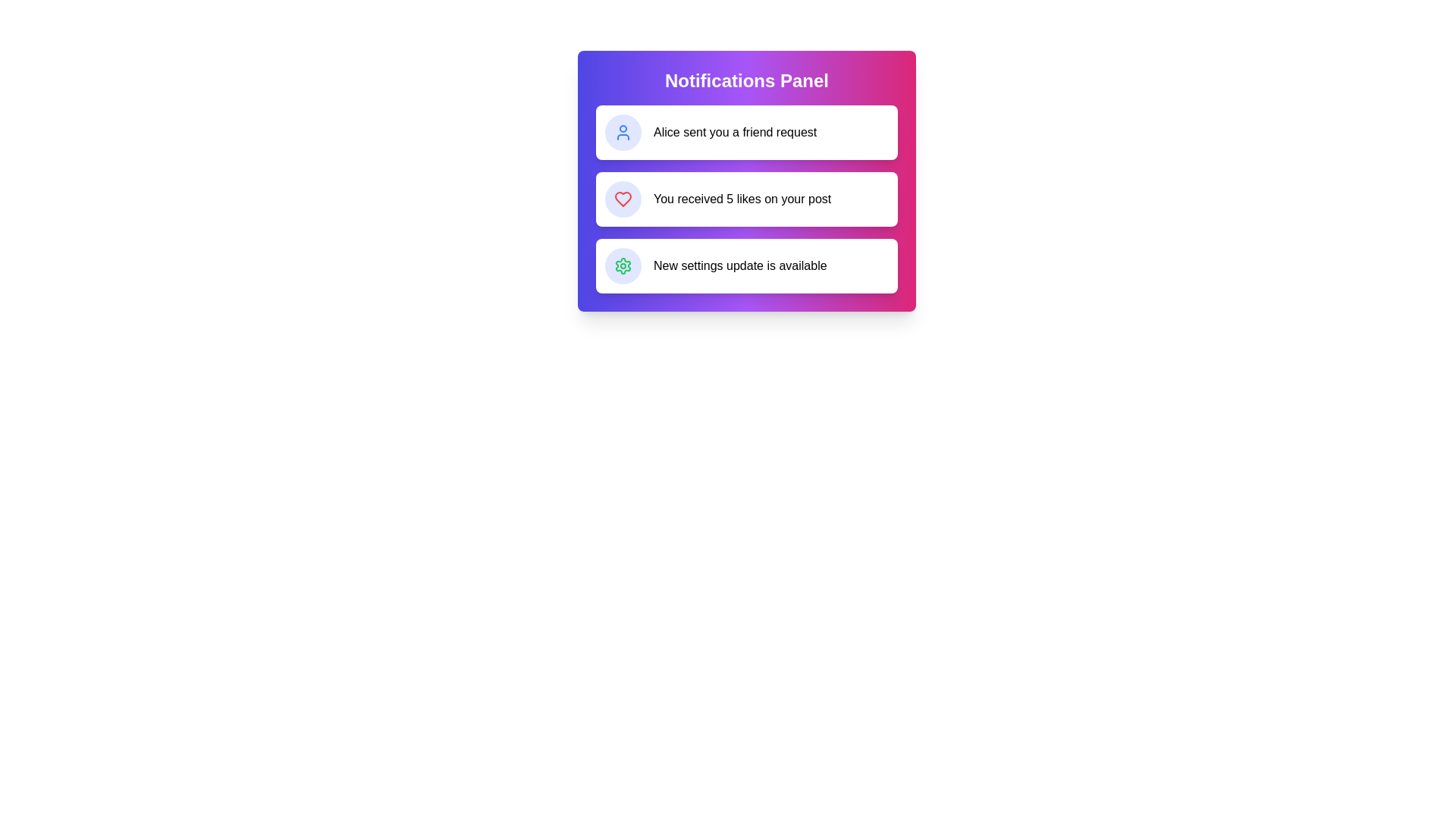 This screenshot has width=1456, height=819. I want to click on notification that indicates 'You received 5 likes on your post.' This notification is the second in a list within the notifications panel, visually represented with a white background and black text, along with an indigo circular icon containing a red heart symbol, so click(746, 198).